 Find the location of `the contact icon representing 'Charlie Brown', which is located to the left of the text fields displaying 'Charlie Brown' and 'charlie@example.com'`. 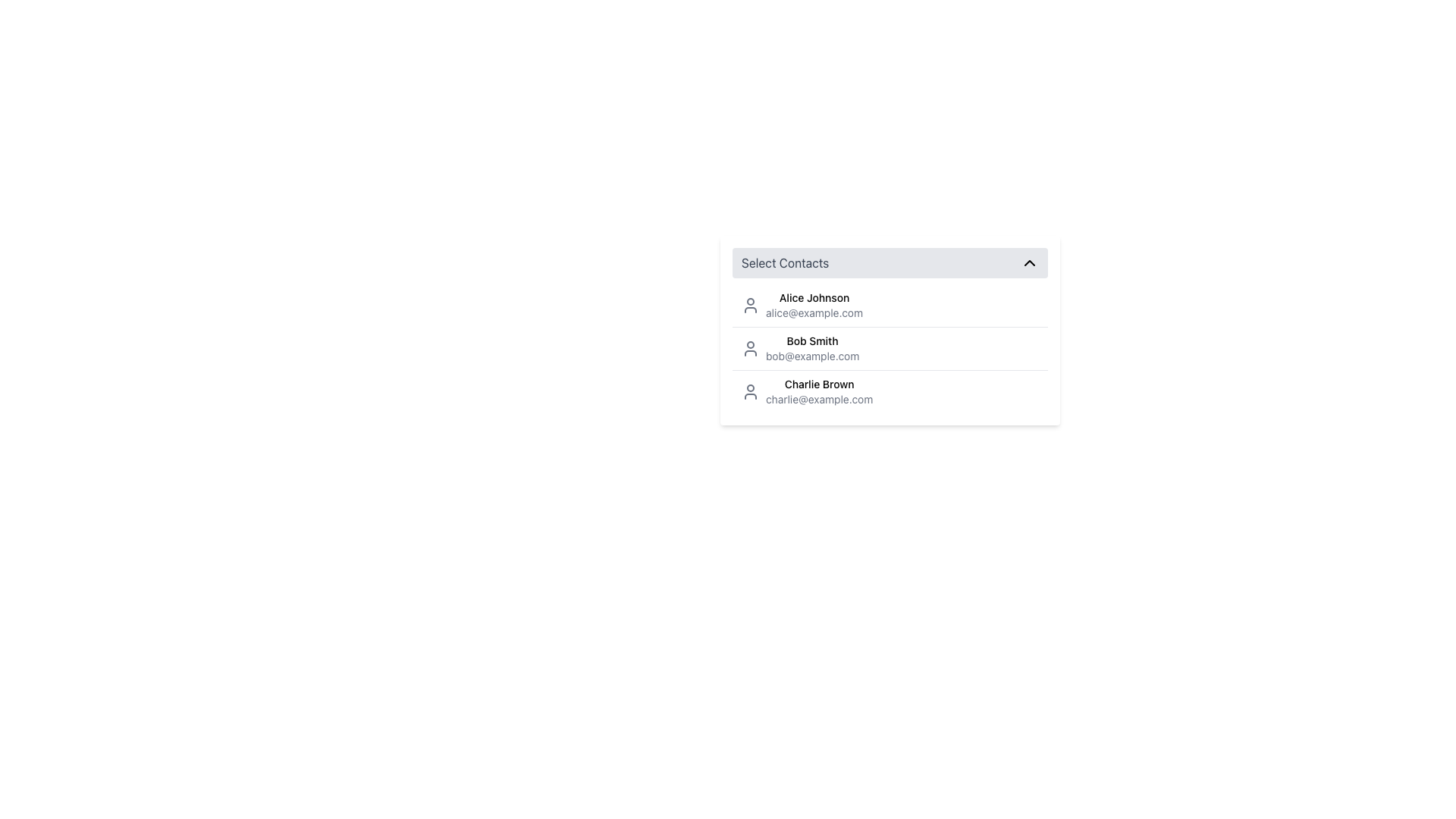

the contact icon representing 'Charlie Brown', which is located to the left of the text fields displaying 'Charlie Brown' and 'charlie@example.com' is located at coordinates (750, 391).